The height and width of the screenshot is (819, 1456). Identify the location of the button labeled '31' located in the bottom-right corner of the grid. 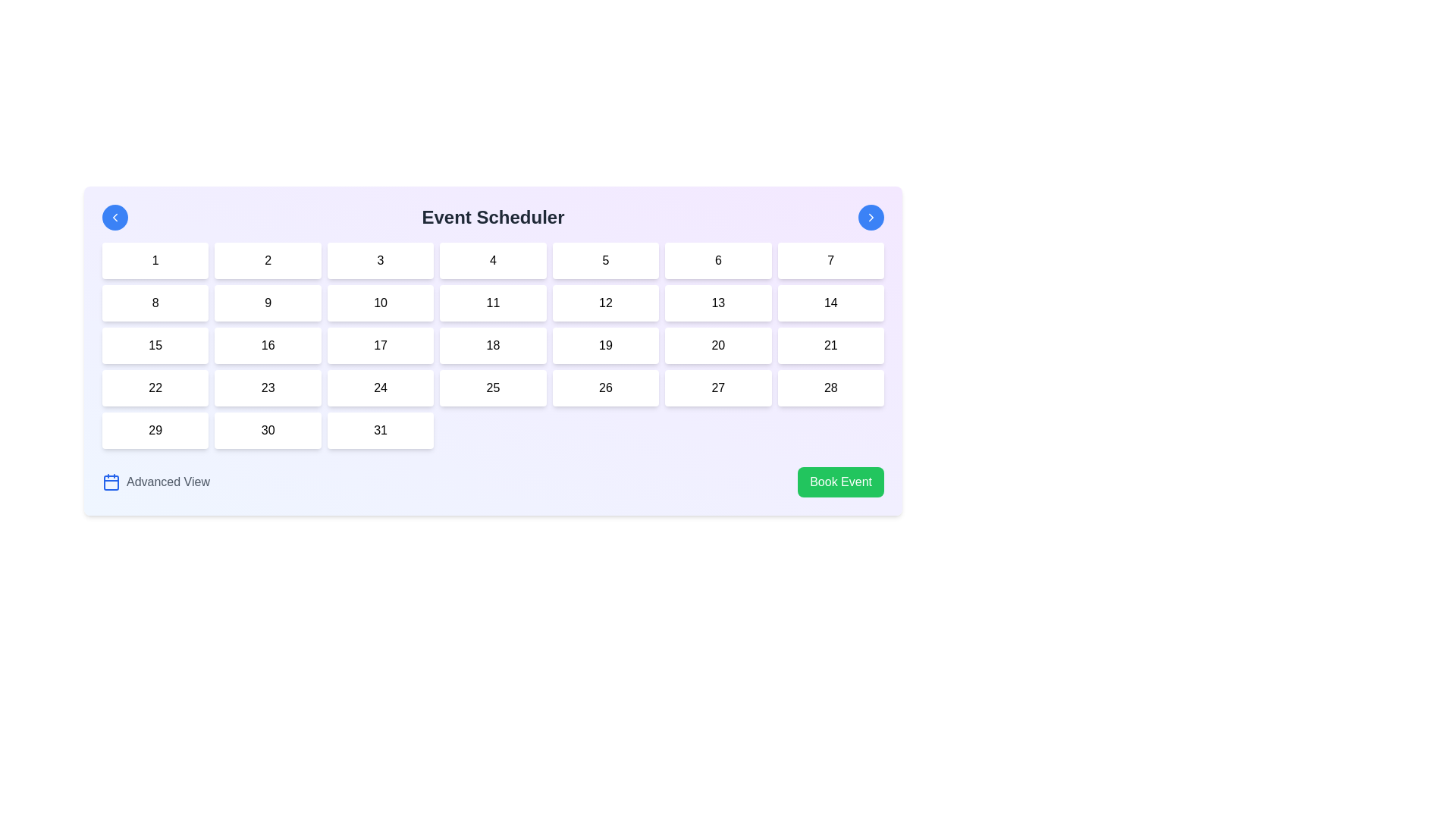
(381, 430).